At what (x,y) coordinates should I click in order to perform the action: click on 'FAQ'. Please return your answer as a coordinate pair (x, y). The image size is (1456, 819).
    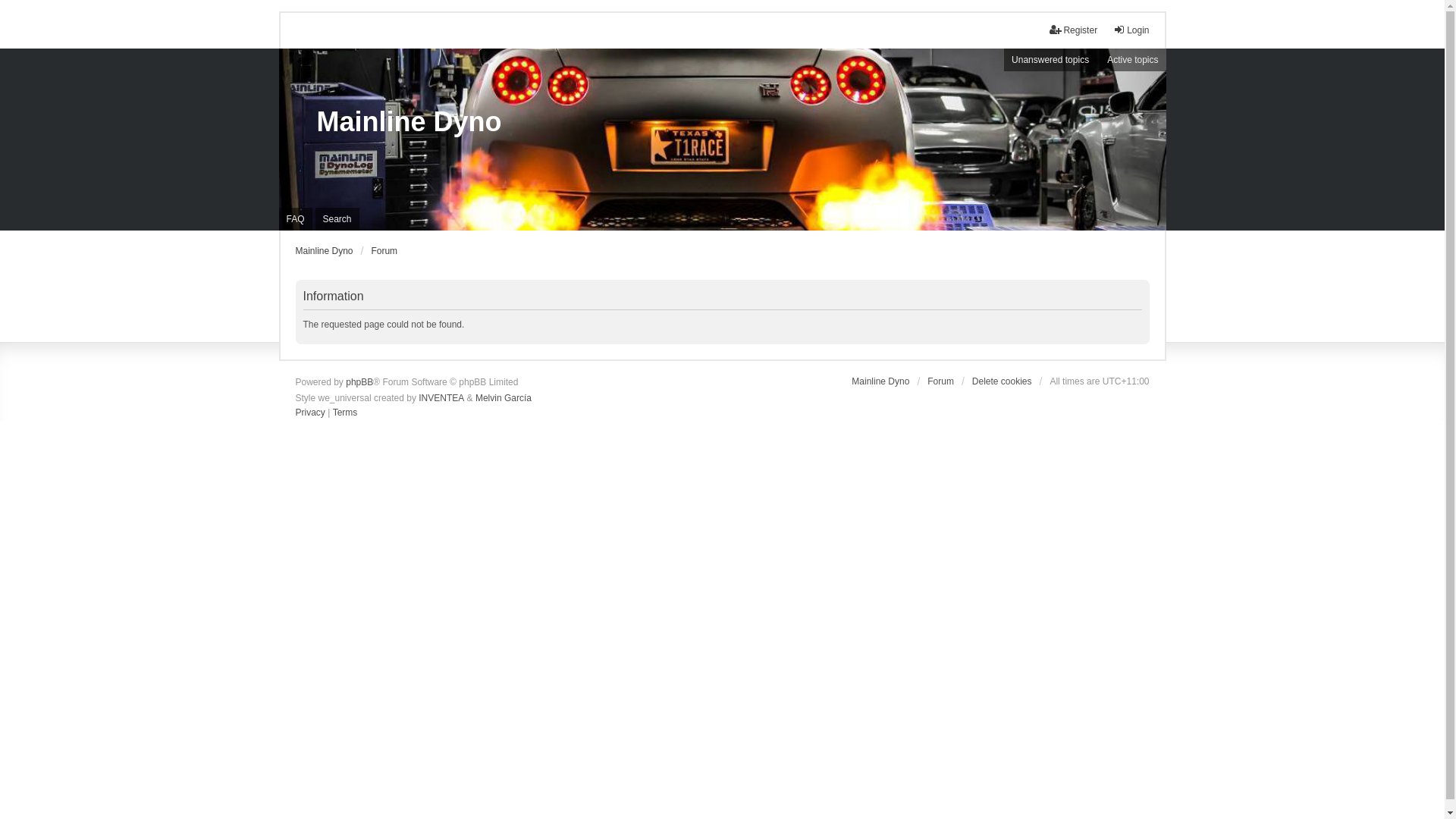
    Looking at the image, I should click on (295, 219).